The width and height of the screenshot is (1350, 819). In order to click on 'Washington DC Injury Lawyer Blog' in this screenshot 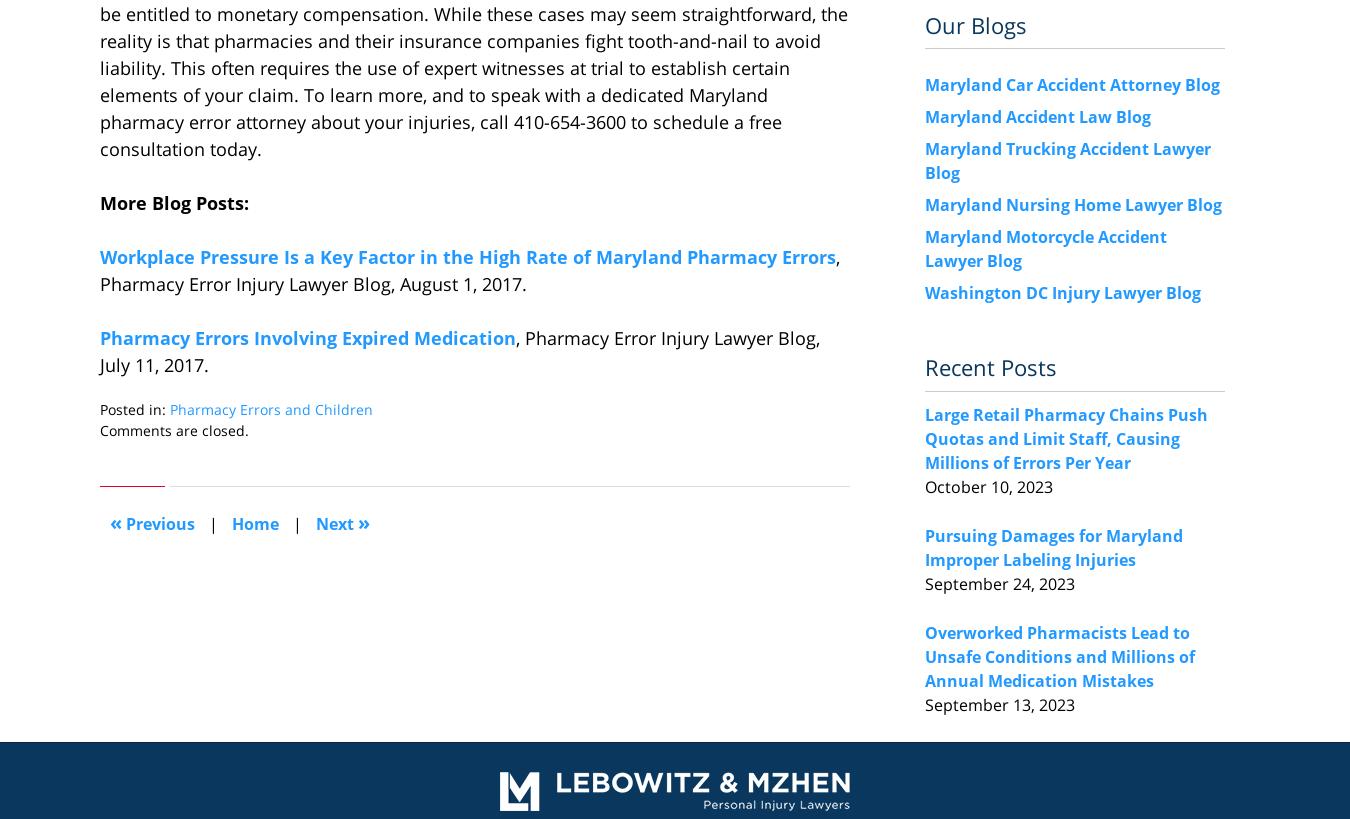, I will do `click(1062, 292)`.